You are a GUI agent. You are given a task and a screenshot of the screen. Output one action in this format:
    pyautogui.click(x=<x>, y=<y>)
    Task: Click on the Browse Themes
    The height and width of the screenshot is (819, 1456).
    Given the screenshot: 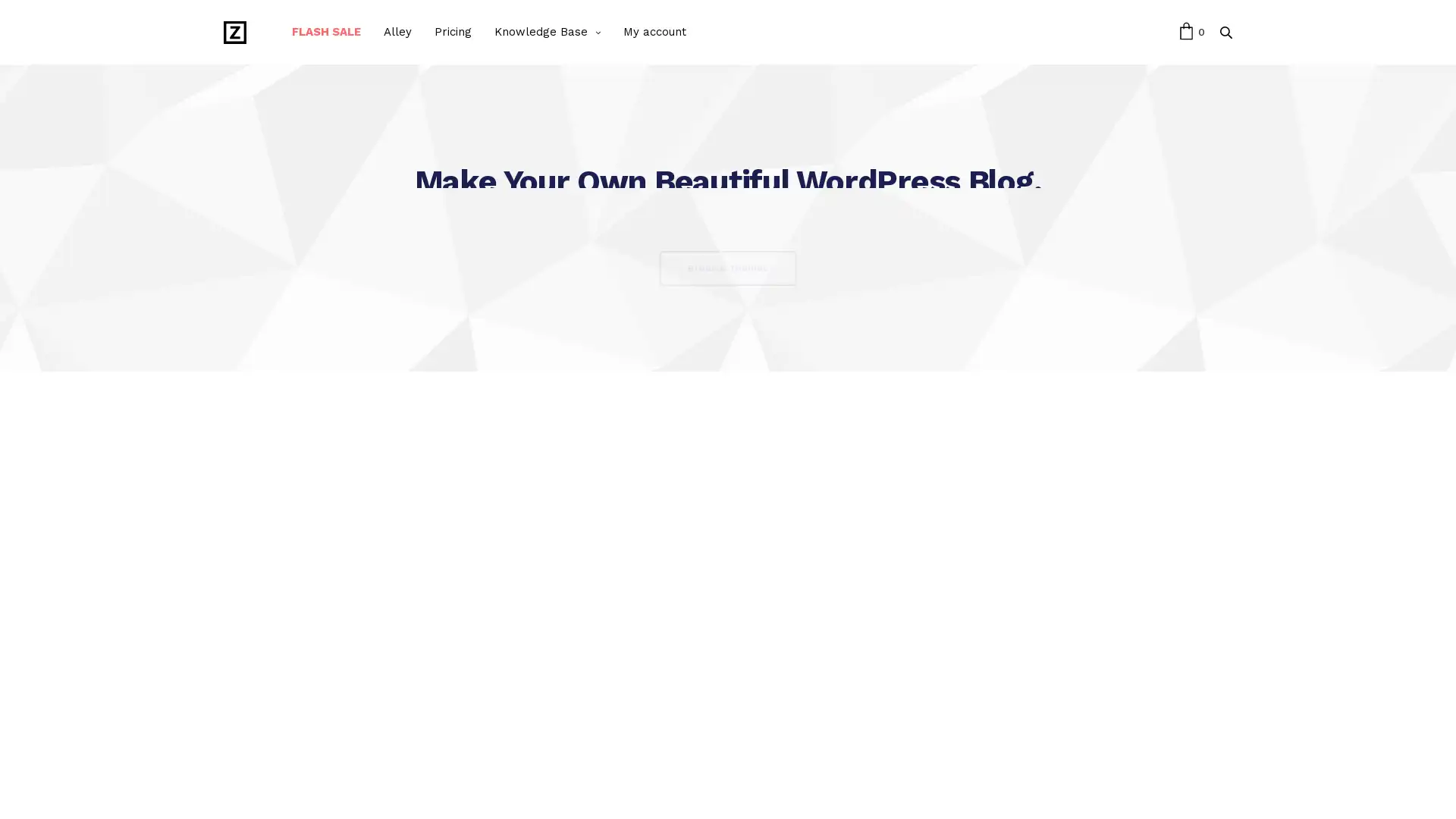 What is the action you would take?
    pyautogui.click(x=728, y=267)
    